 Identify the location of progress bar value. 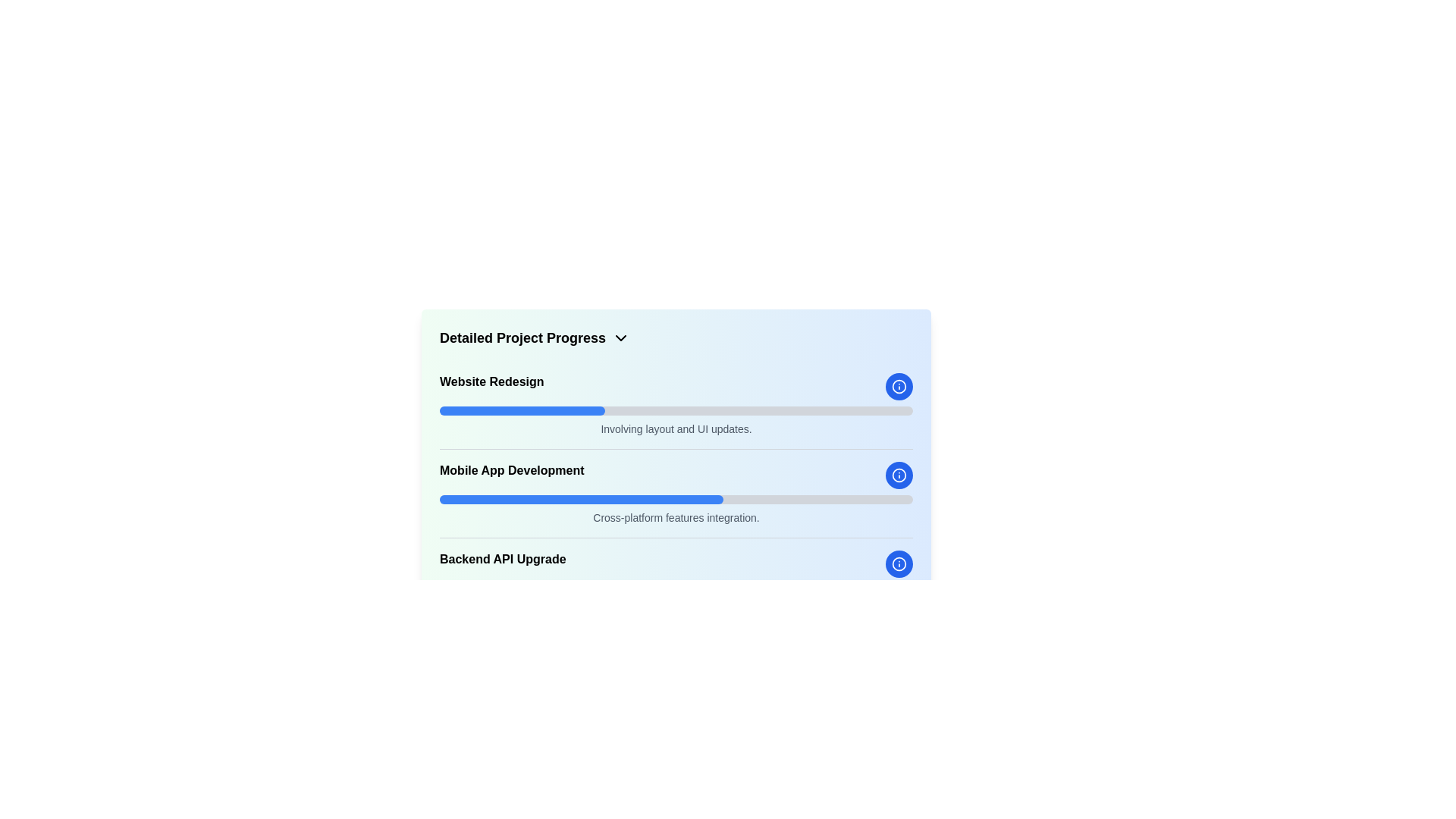
(793, 500).